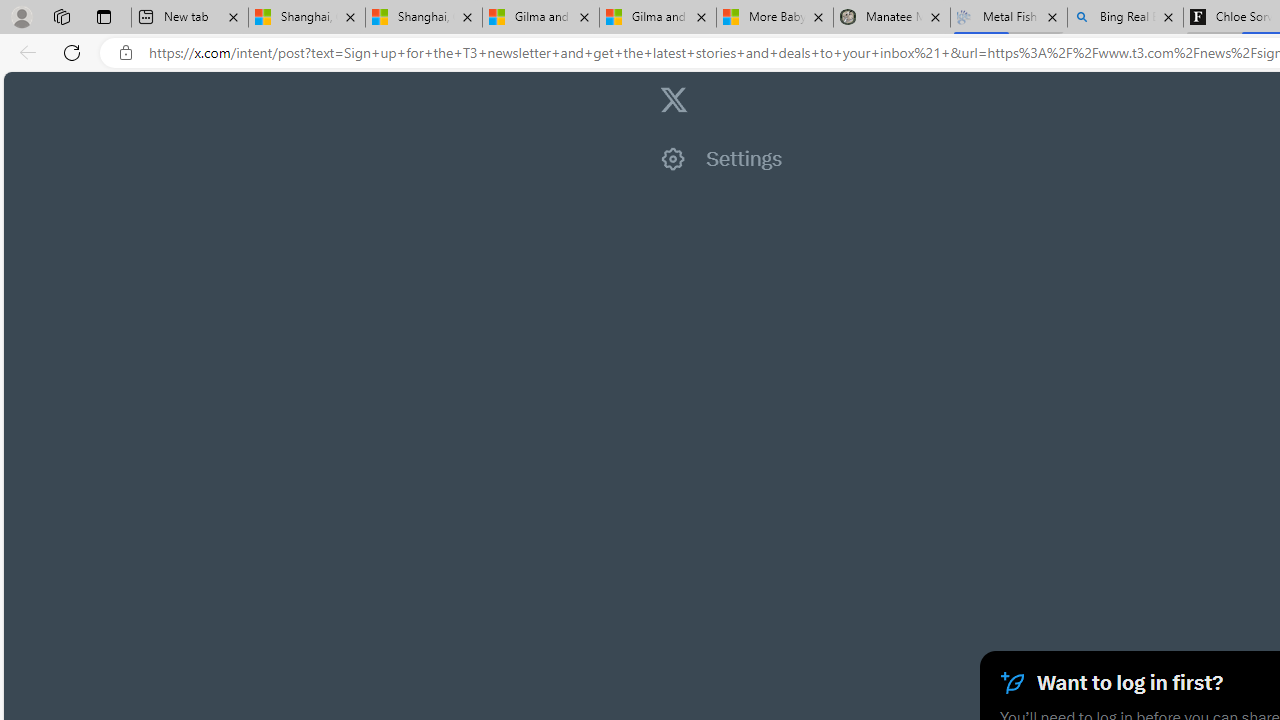 The height and width of the screenshot is (720, 1280). Describe the element at coordinates (1125, 17) in the screenshot. I see `'Bing Real Estate - Home sales and rental listings'` at that location.